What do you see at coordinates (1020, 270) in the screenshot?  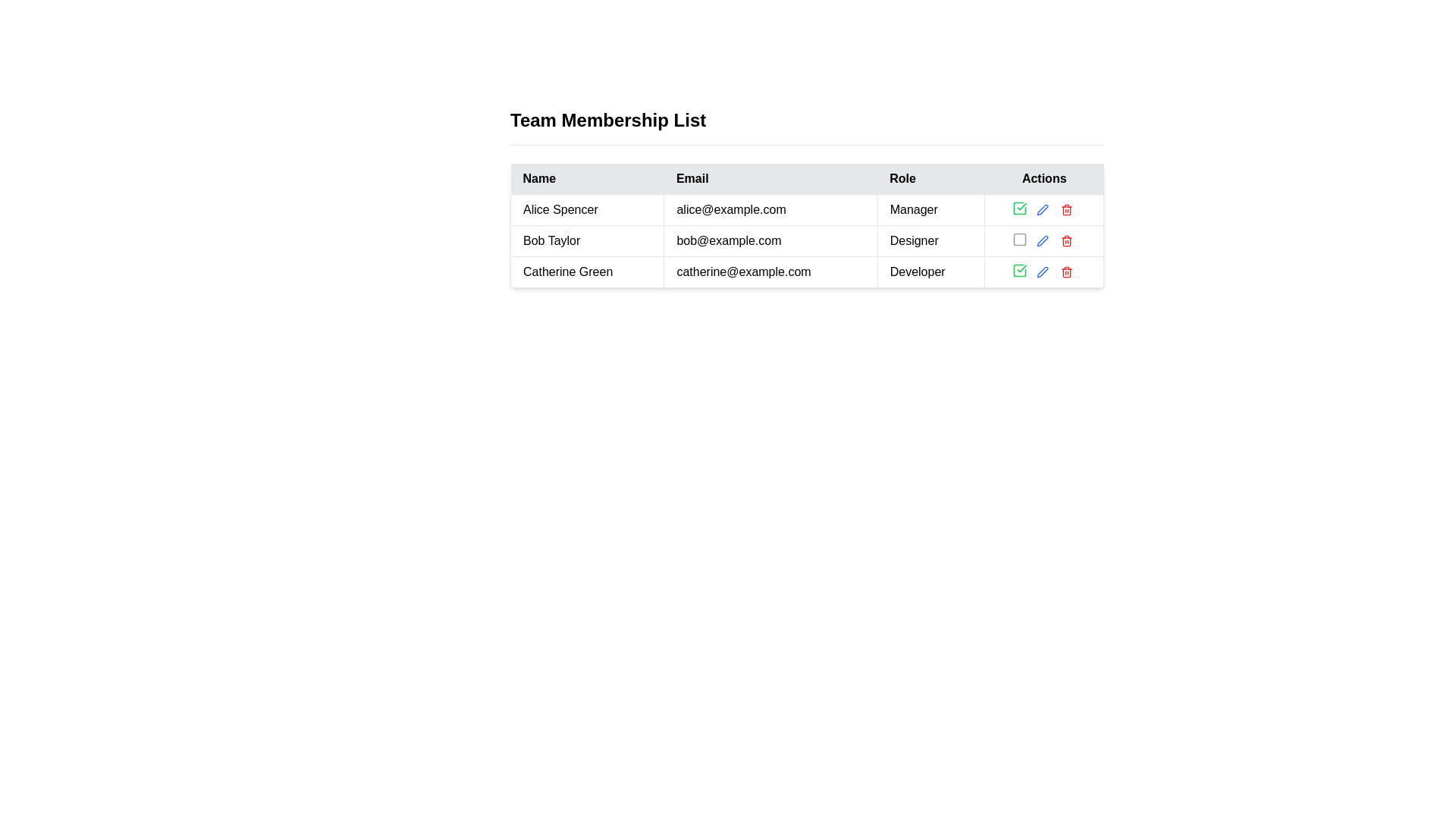 I see `the icon button located in the last row of the table under the 'Actions' column` at bounding box center [1020, 270].